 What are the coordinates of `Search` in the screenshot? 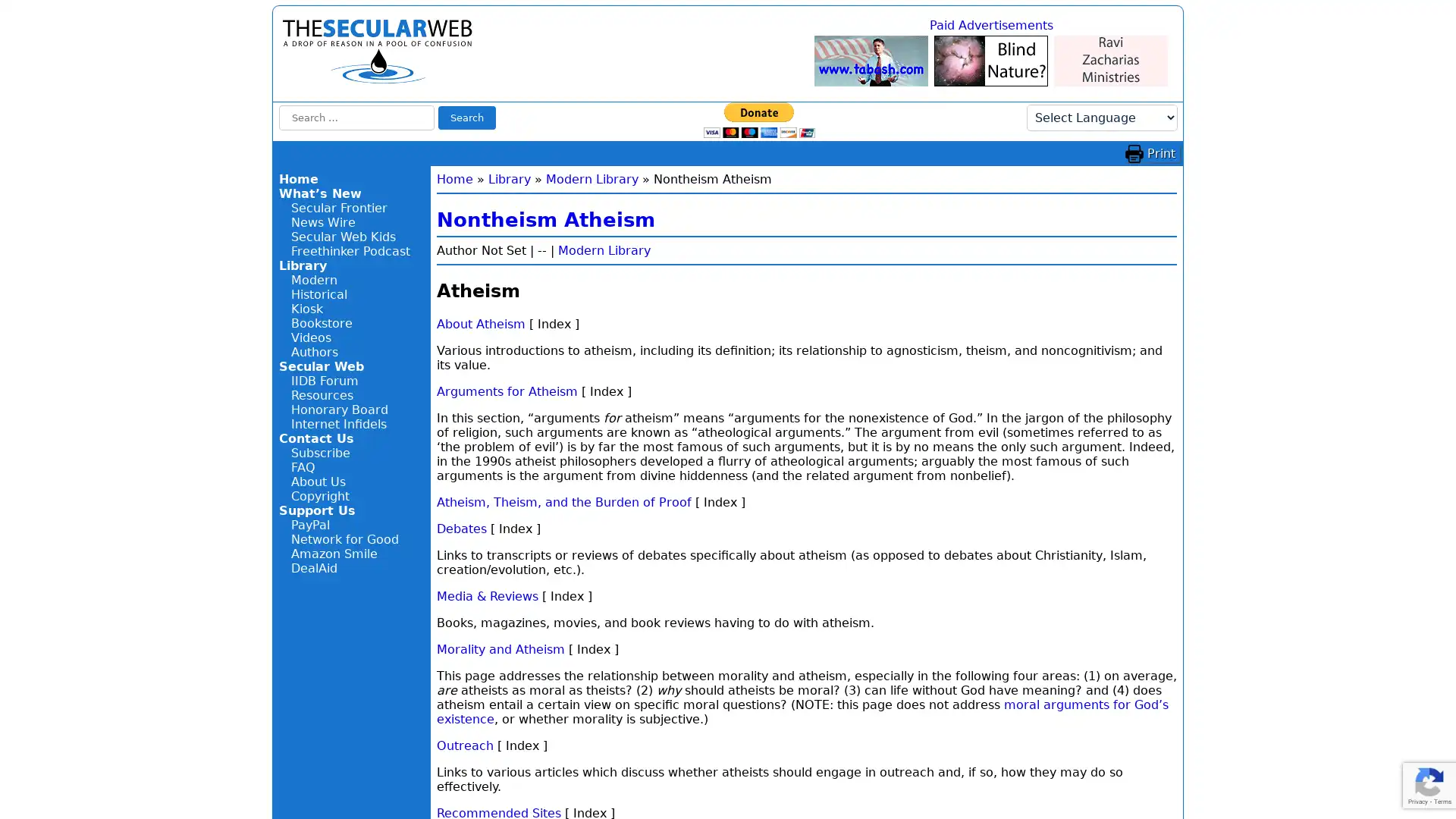 It's located at (466, 117).